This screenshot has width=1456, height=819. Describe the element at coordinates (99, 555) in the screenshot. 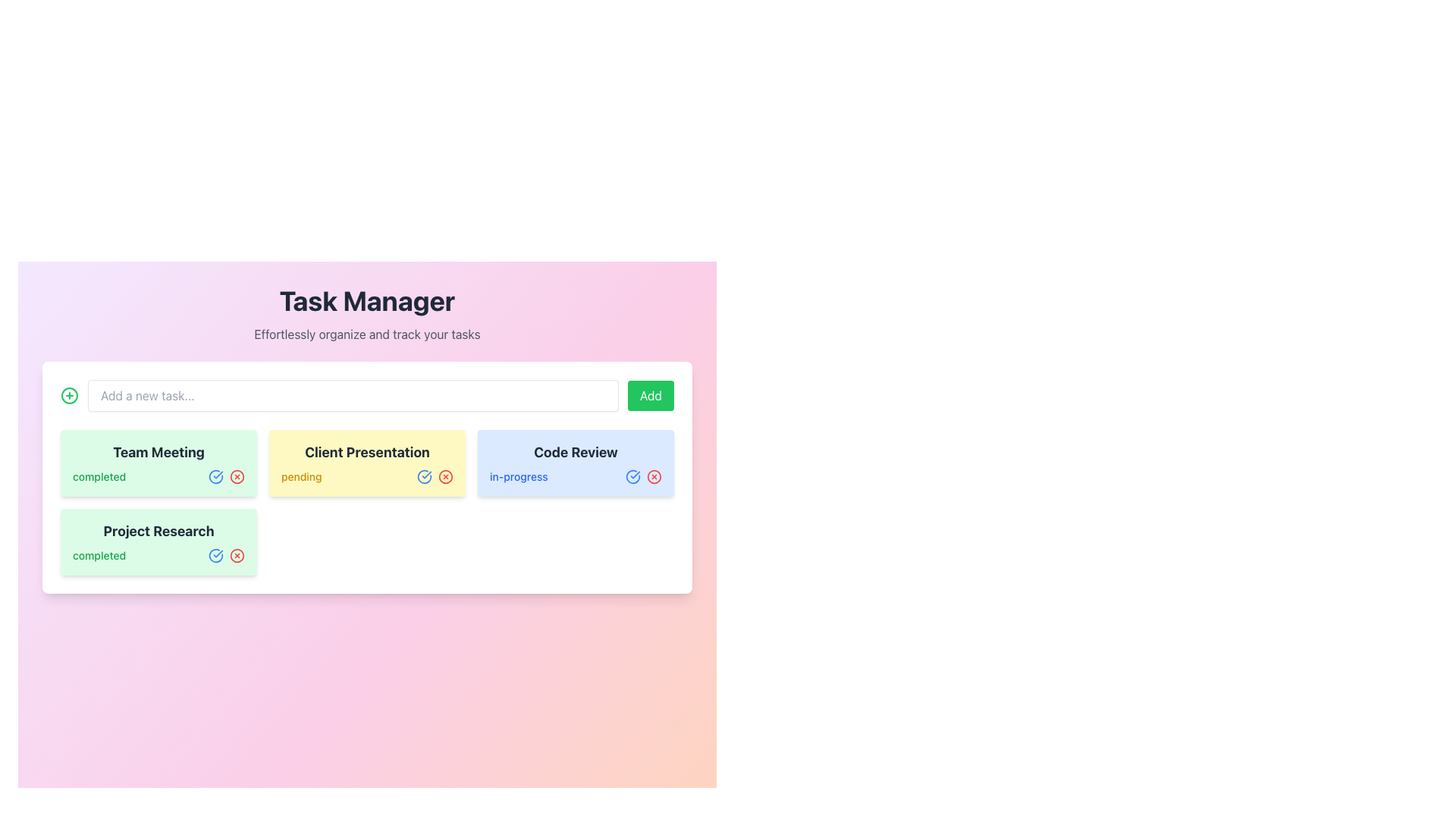

I see `the green text label displaying 'completed' within the 'Project Research' task card, located below the 'Team Meeting' card` at that location.